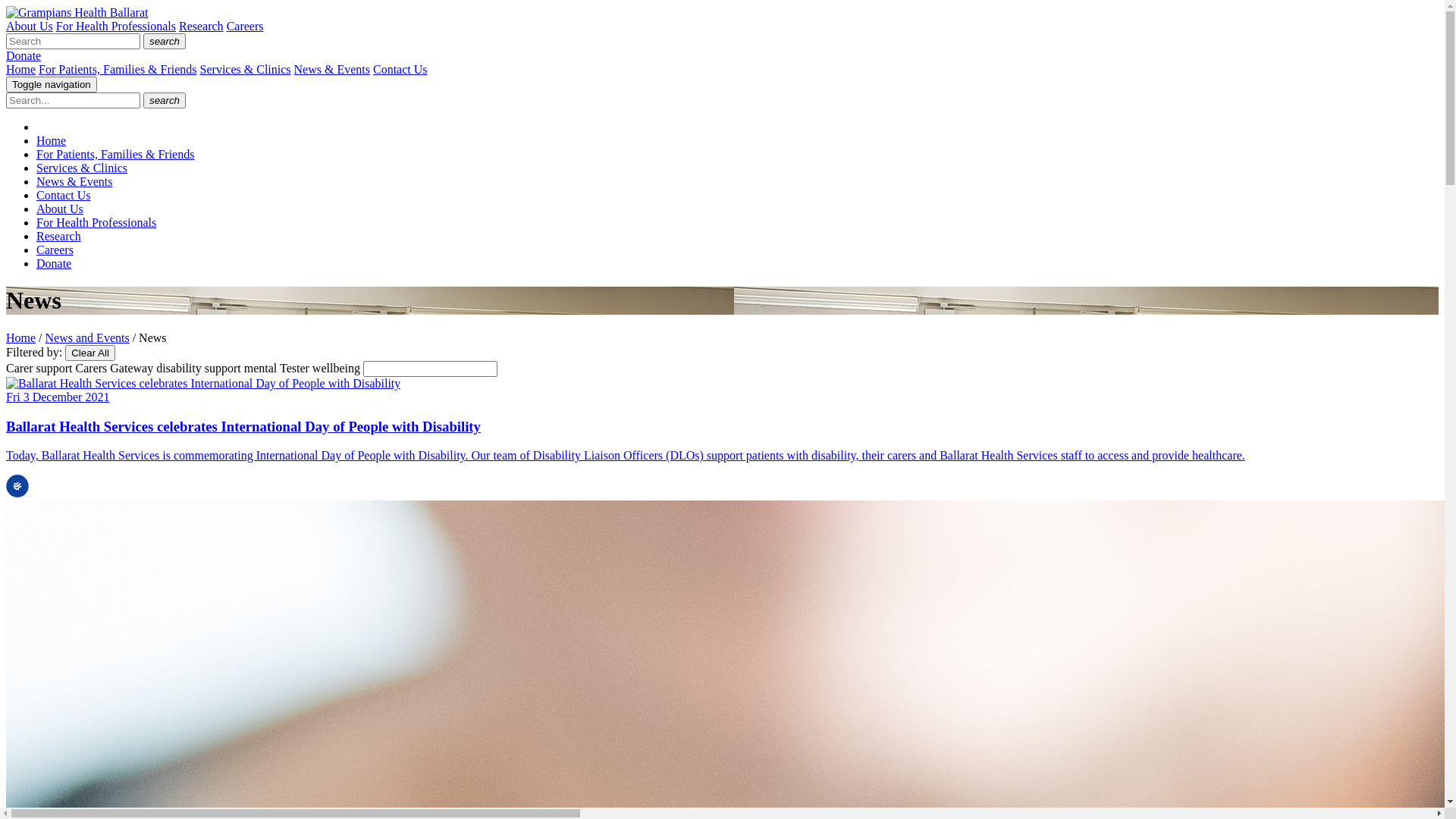 The height and width of the screenshot is (819, 1456). What do you see at coordinates (331, 69) in the screenshot?
I see `'News & Events'` at bounding box center [331, 69].